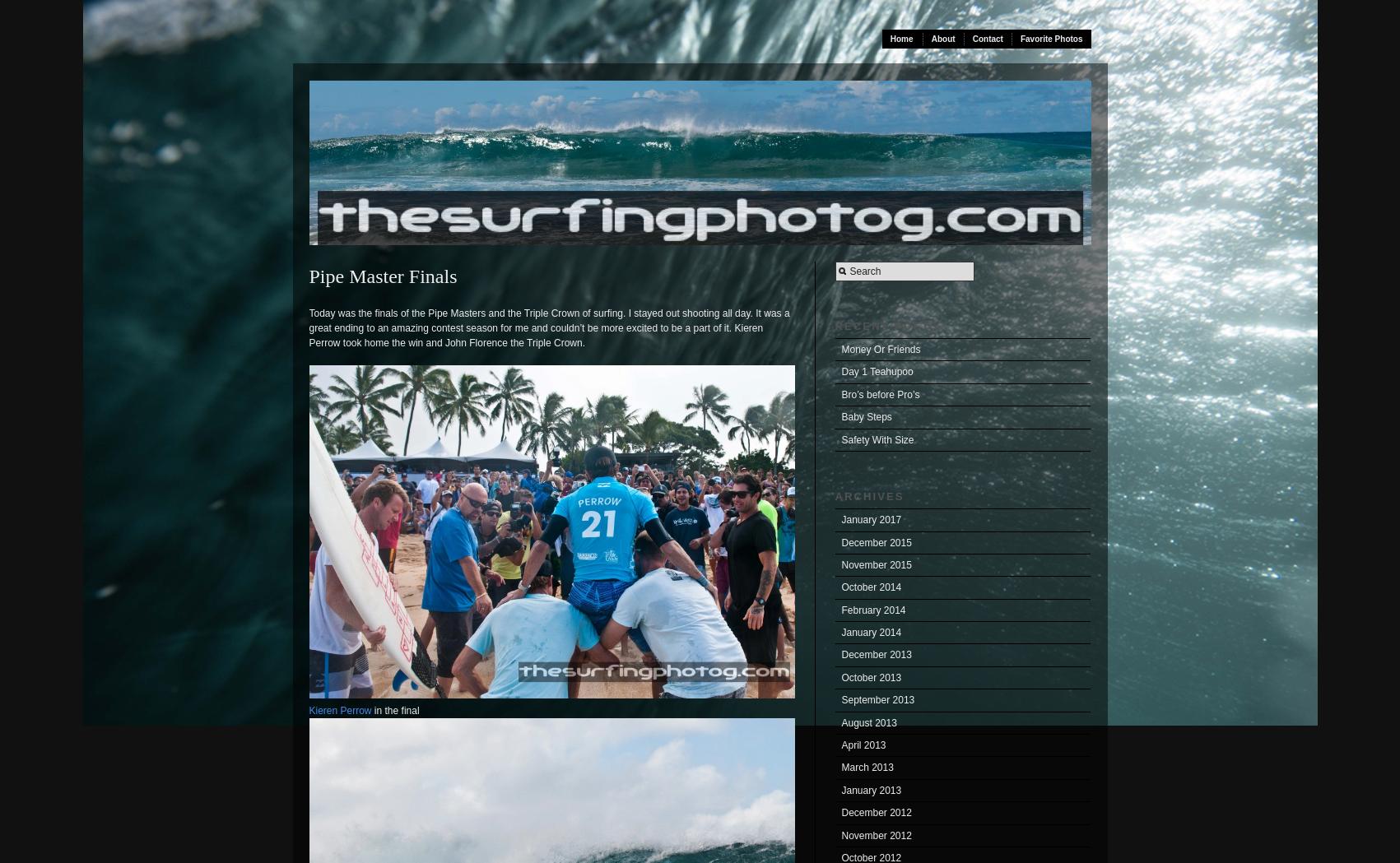  What do you see at coordinates (876, 654) in the screenshot?
I see `'December 2013'` at bounding box center [876, 654].